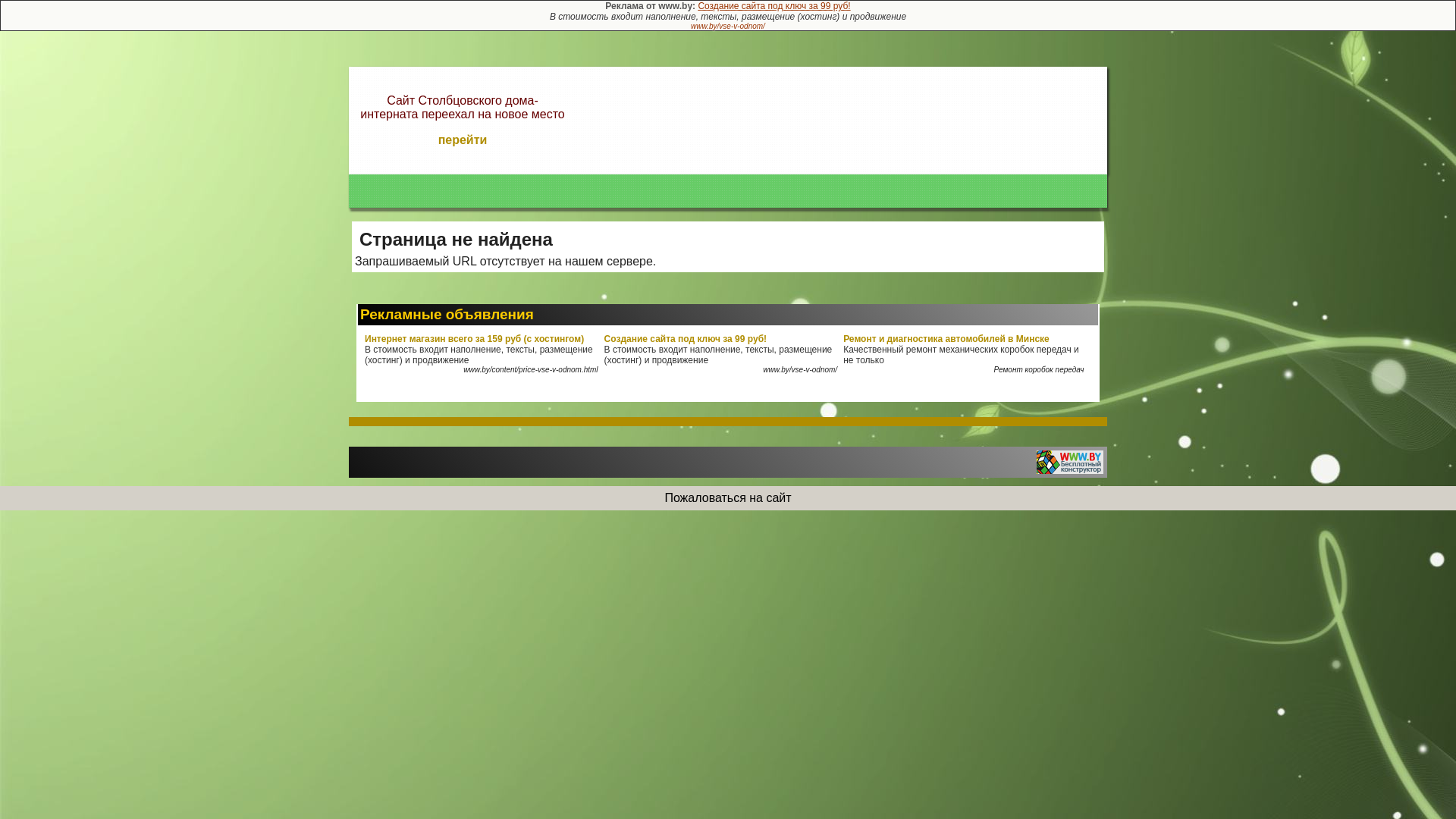 This screenshot has height=819, width=1456. I want to click on 'www.by/vse-v-odnom/', so click(690, 26).